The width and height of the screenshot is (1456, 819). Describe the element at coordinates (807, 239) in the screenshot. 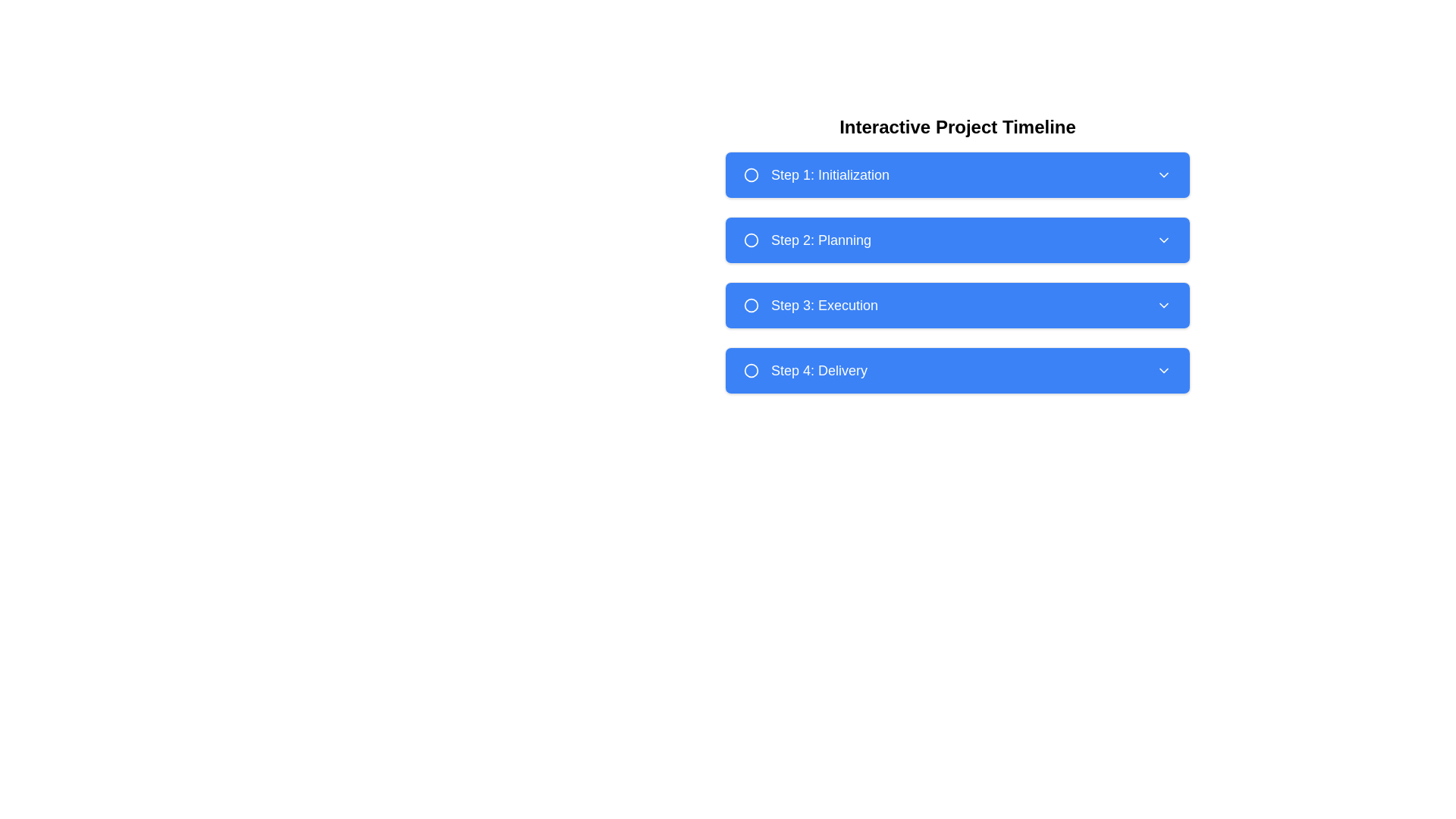

I see `text label element 'Step 2: Planning', which is part of a step indicator in a progress list, located within a blue rectangular background` at that location.